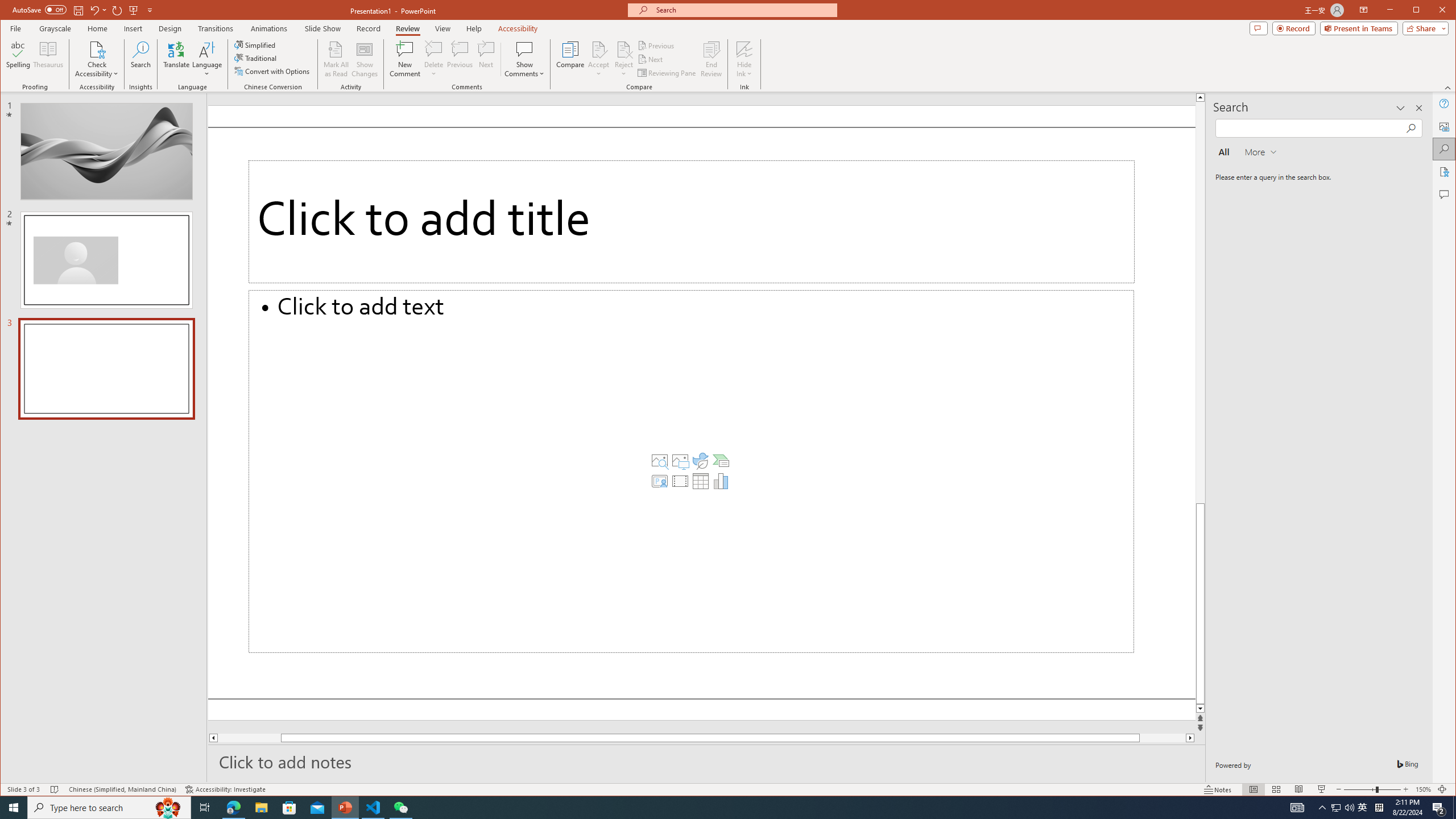 This screenshot has height=819, width=1456. I want to click on 'Content Placeholder', so click(691, 470).